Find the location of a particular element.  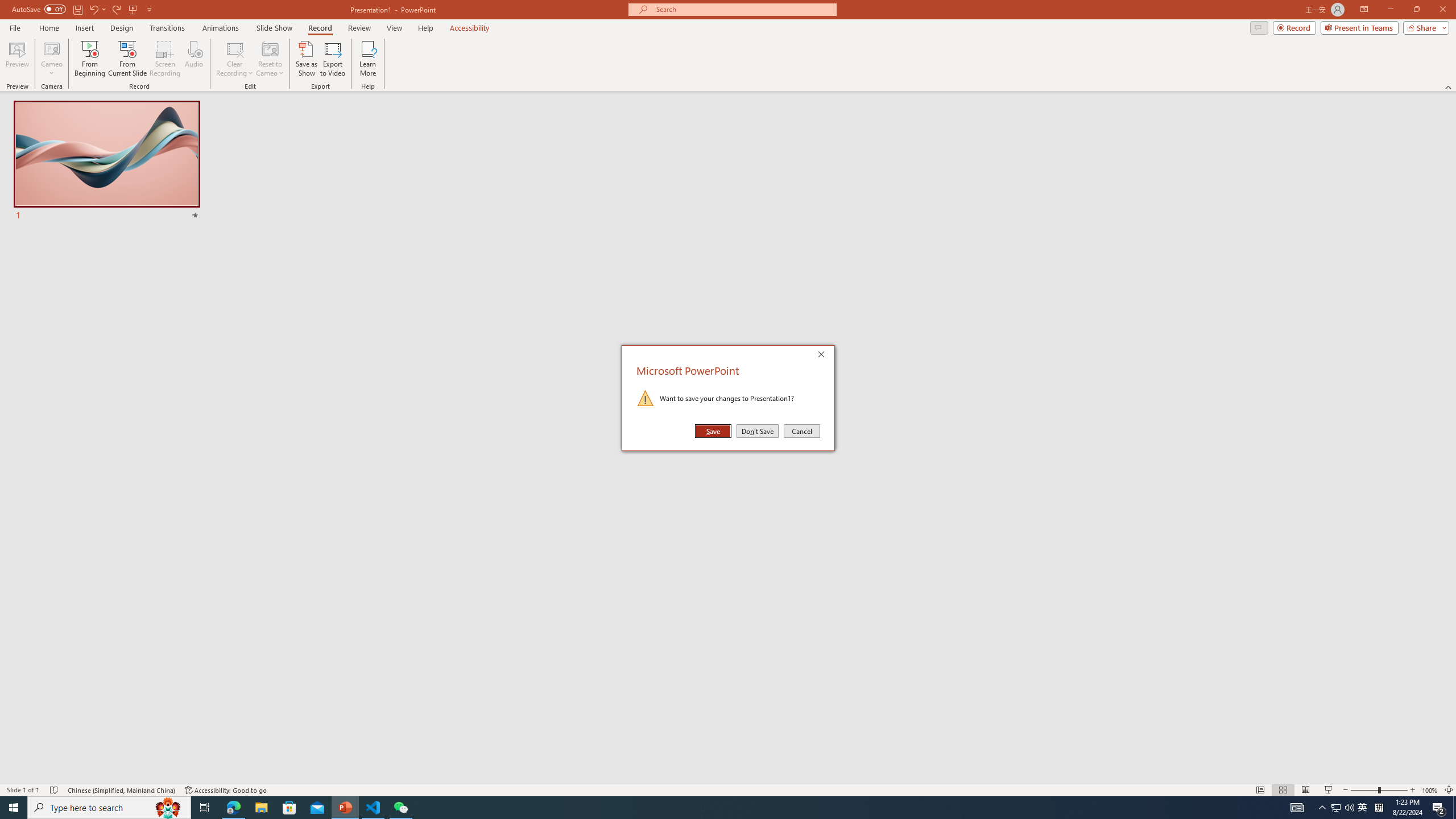

'From Beginning...' is located at coordinates (89, 59).